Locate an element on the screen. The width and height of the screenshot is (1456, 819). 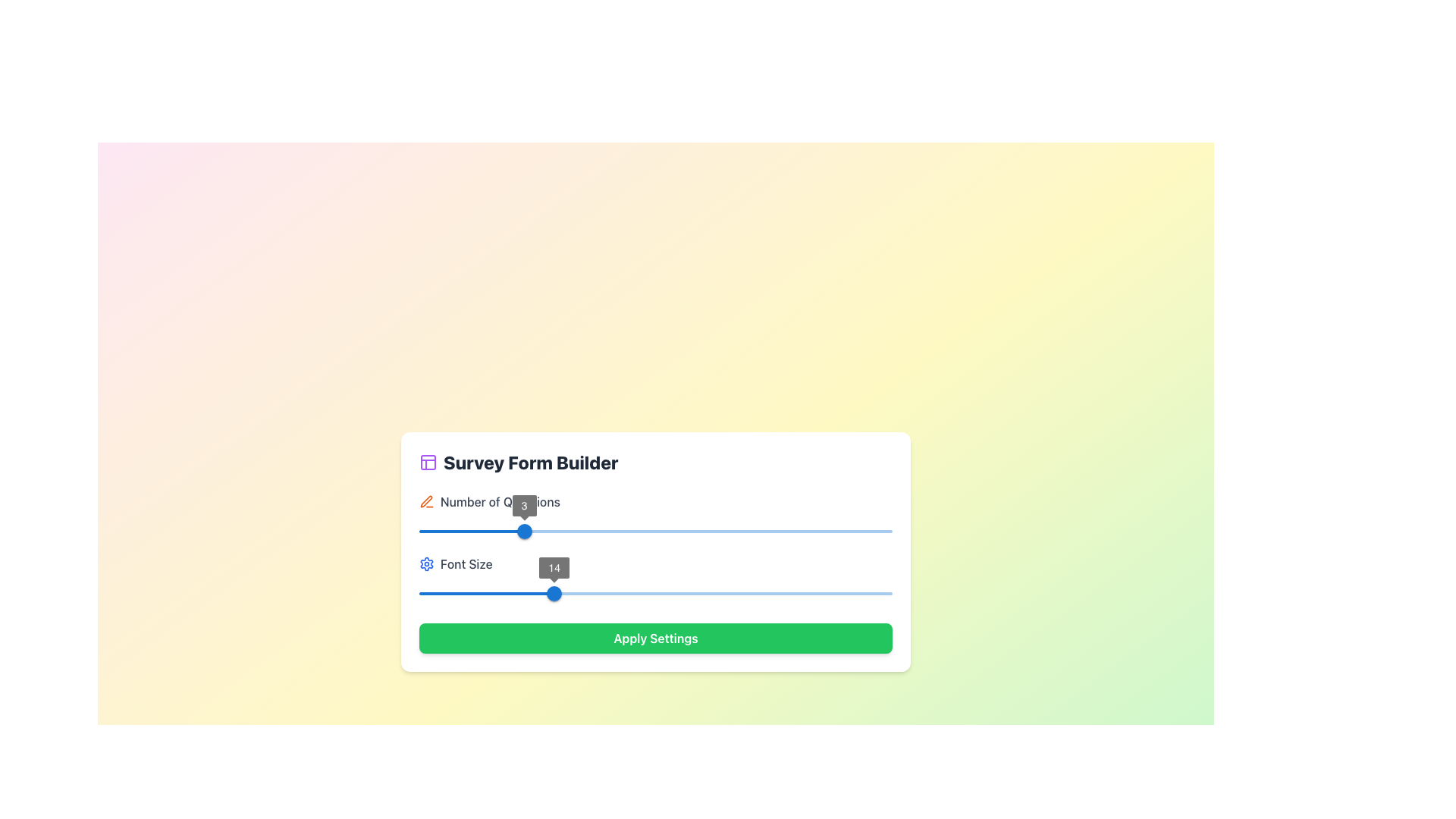
the slider value is located at coordinates (546, 593).